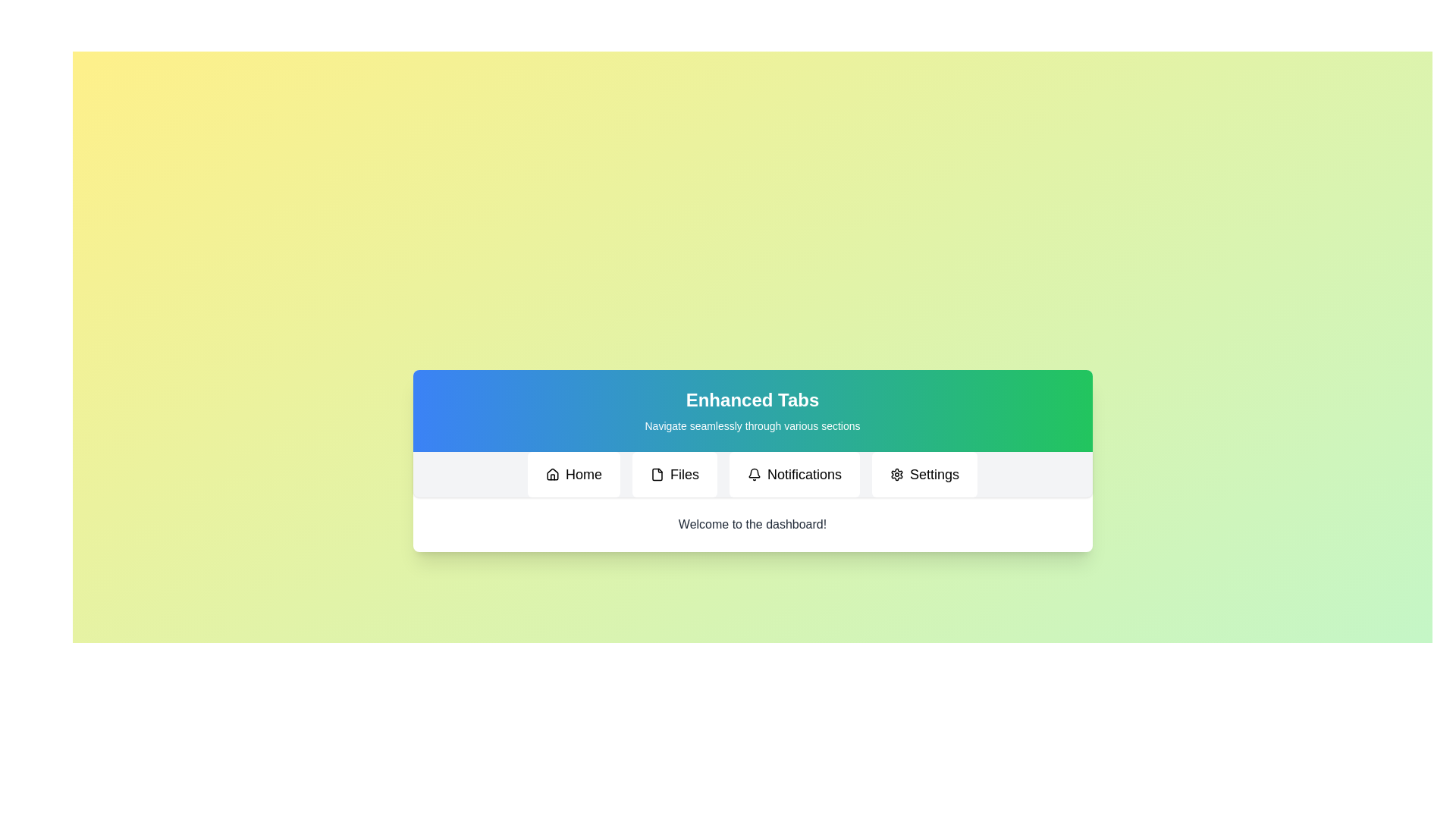  I want to click on the active 'Notifications' tab item, which is the third tab in the tab bar, so click(793, 473).